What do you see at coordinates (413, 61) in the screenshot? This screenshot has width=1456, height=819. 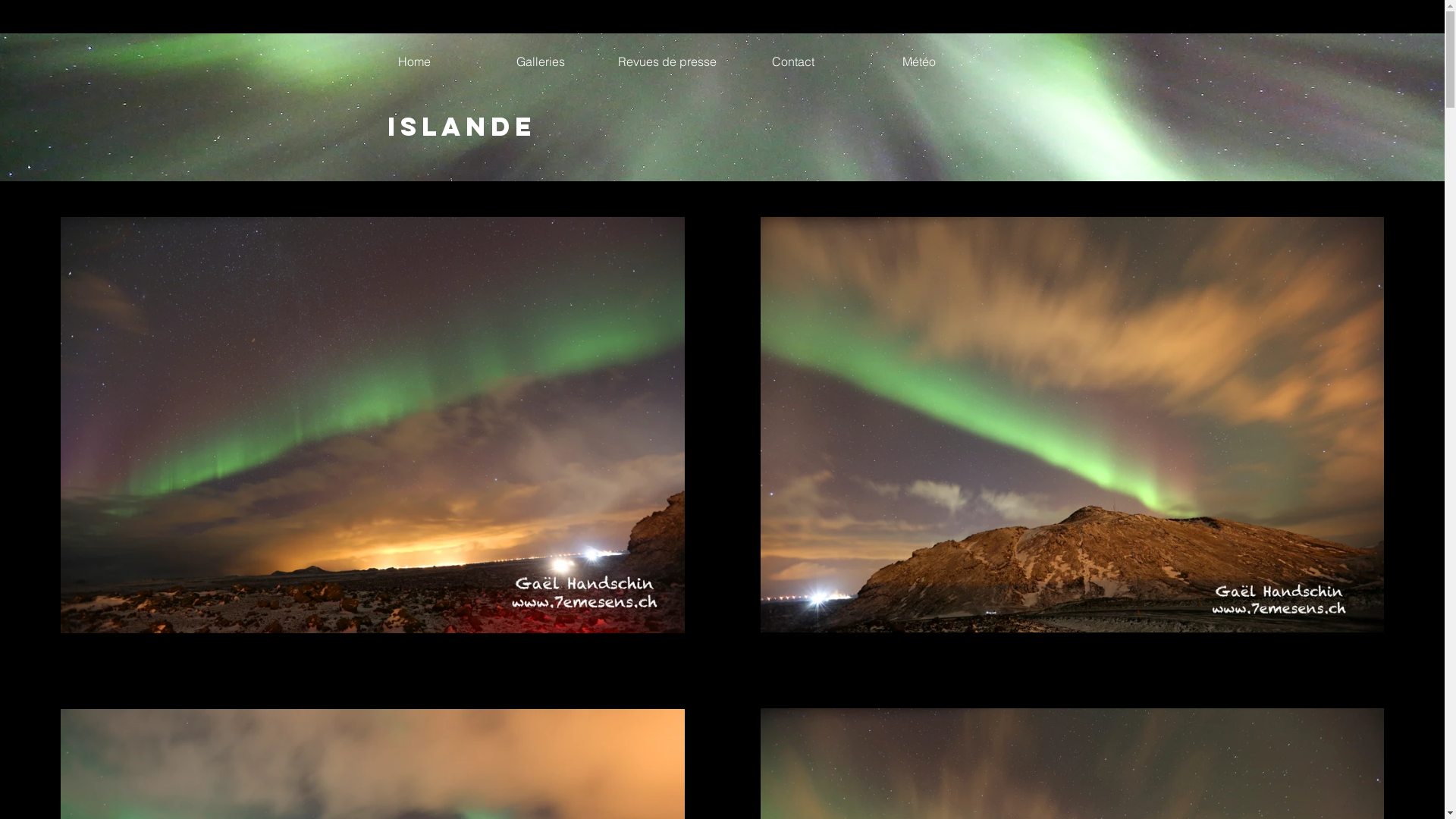 I see `'Home'` at bounding box center [413, 61].